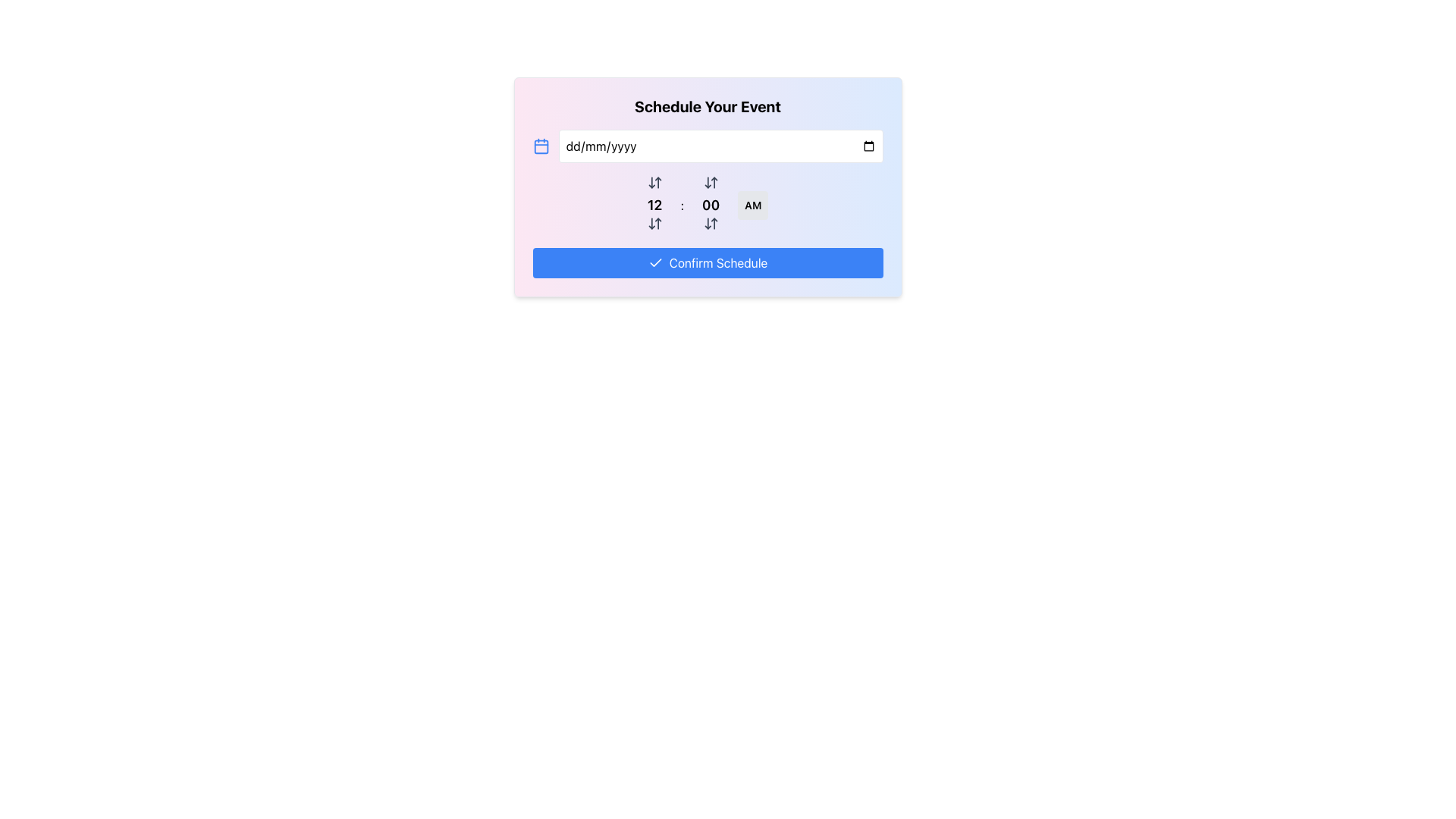 The height and width of the screenshot is (819, 1456). Describe the element at coordinates (710, 223) in the screenshot. I see `the dual-arrow button indicating up and down directions, which is located to the right of the numeral '00' in the time selection interface` at that location.